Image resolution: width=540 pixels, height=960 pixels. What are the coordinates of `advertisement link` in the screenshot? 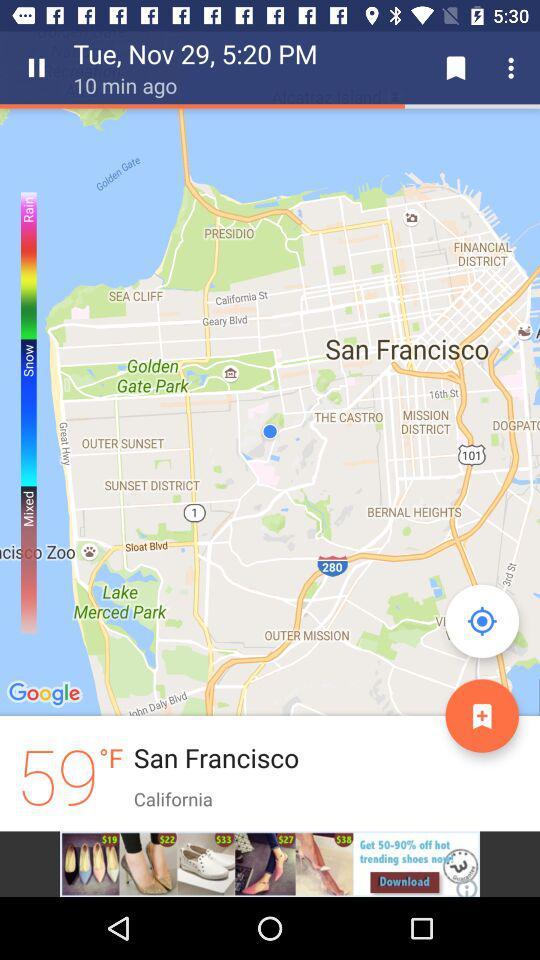 It's located at (270, 863).